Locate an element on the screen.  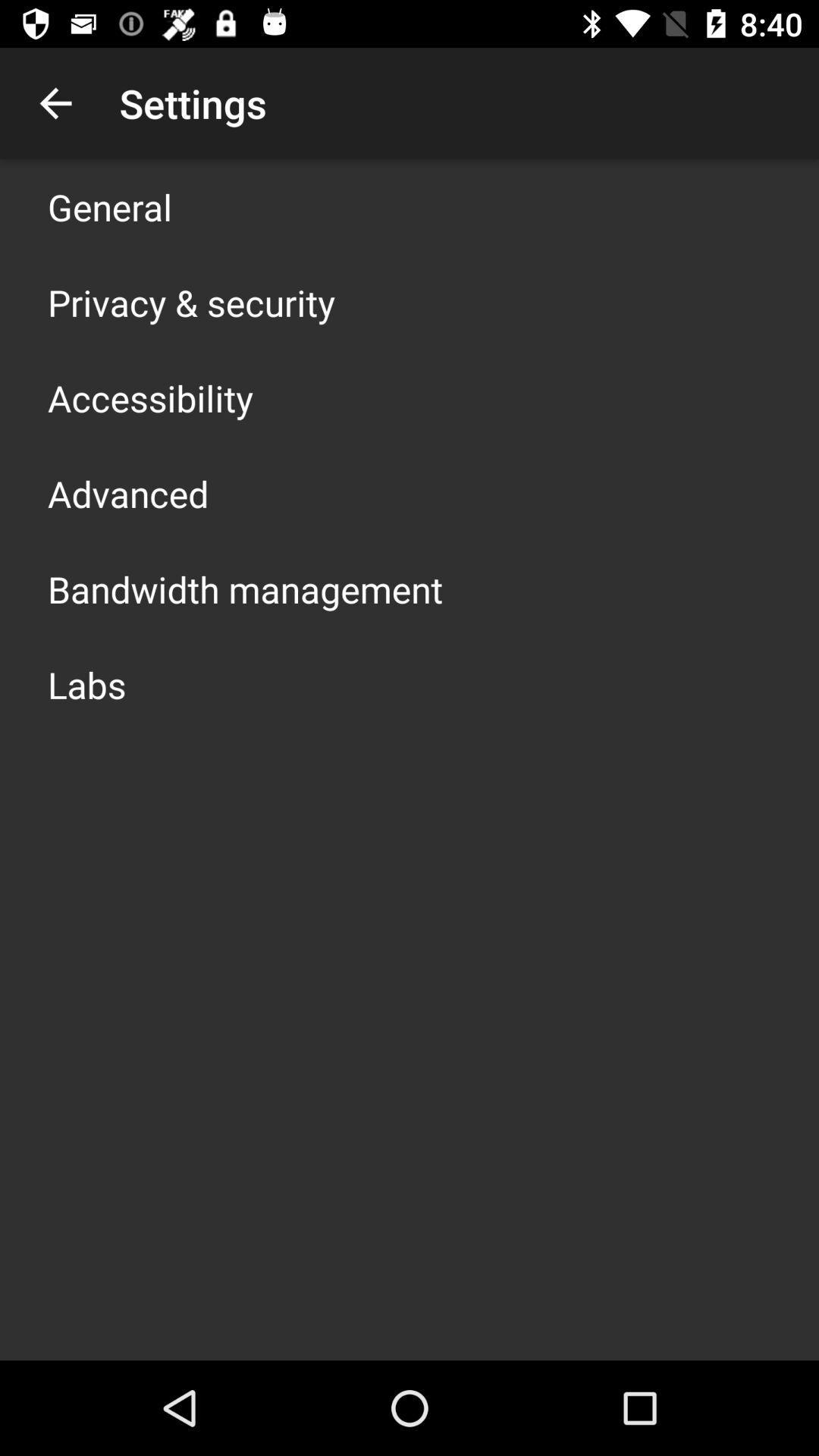
general app is located at coordinates (109, 206).